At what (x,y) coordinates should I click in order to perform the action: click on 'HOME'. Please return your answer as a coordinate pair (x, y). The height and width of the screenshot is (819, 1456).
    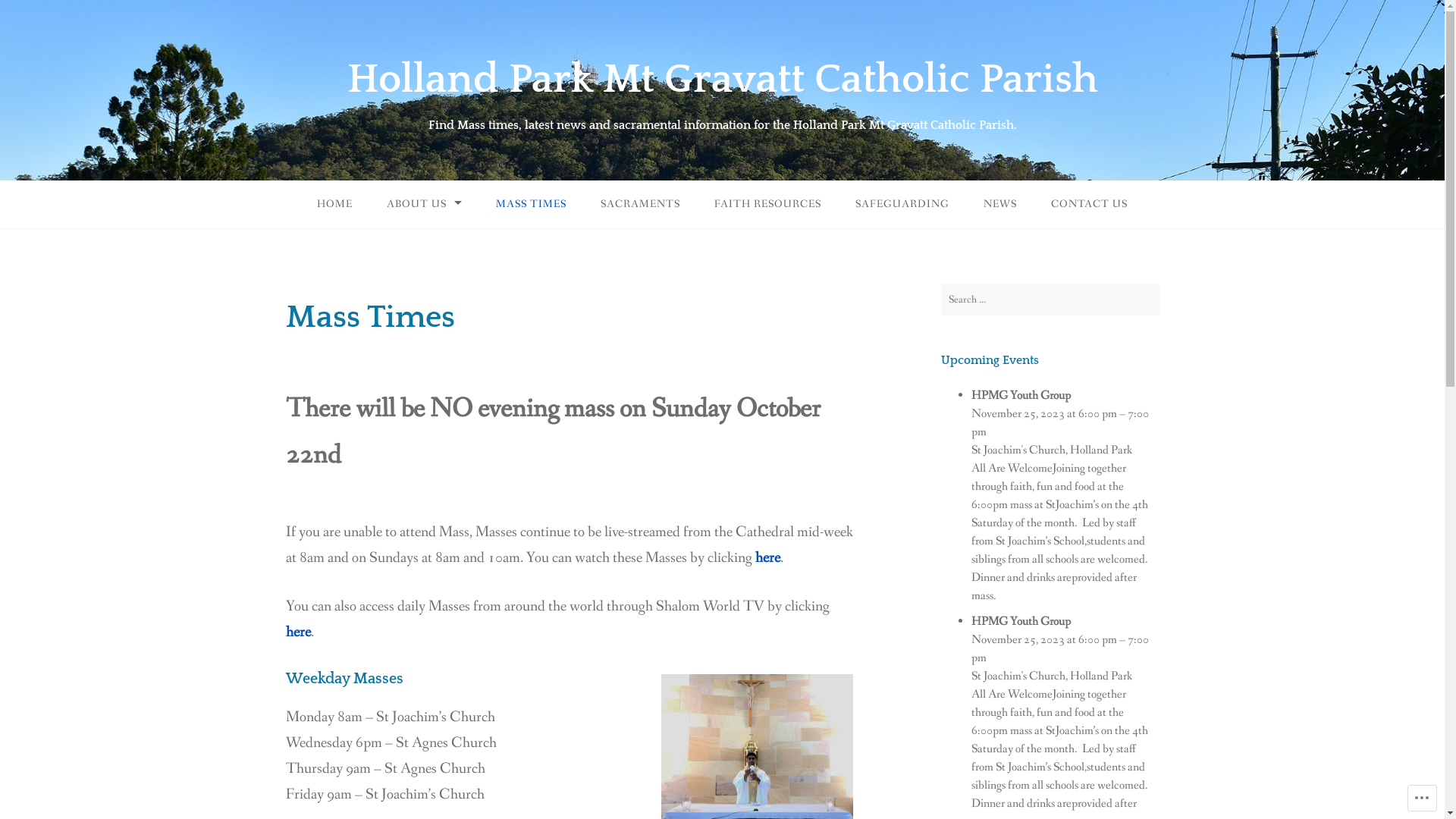
    Looking at the image, I should click on (334, 203).